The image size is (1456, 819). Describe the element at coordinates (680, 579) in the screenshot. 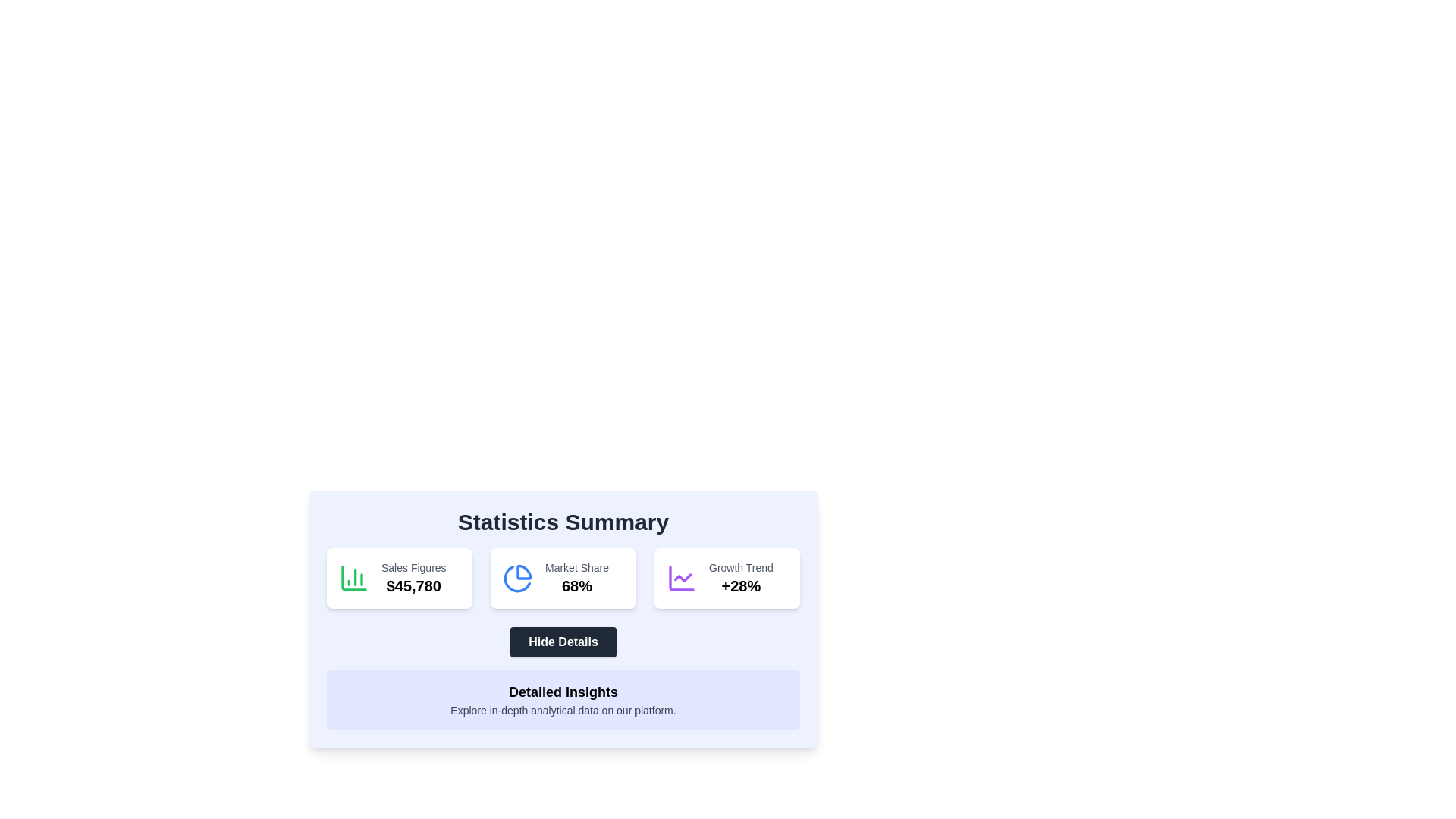

I see `the purple line chart icon representing the growth trend located in the rightmost statistics card at the bottom center of the interface` at that location.